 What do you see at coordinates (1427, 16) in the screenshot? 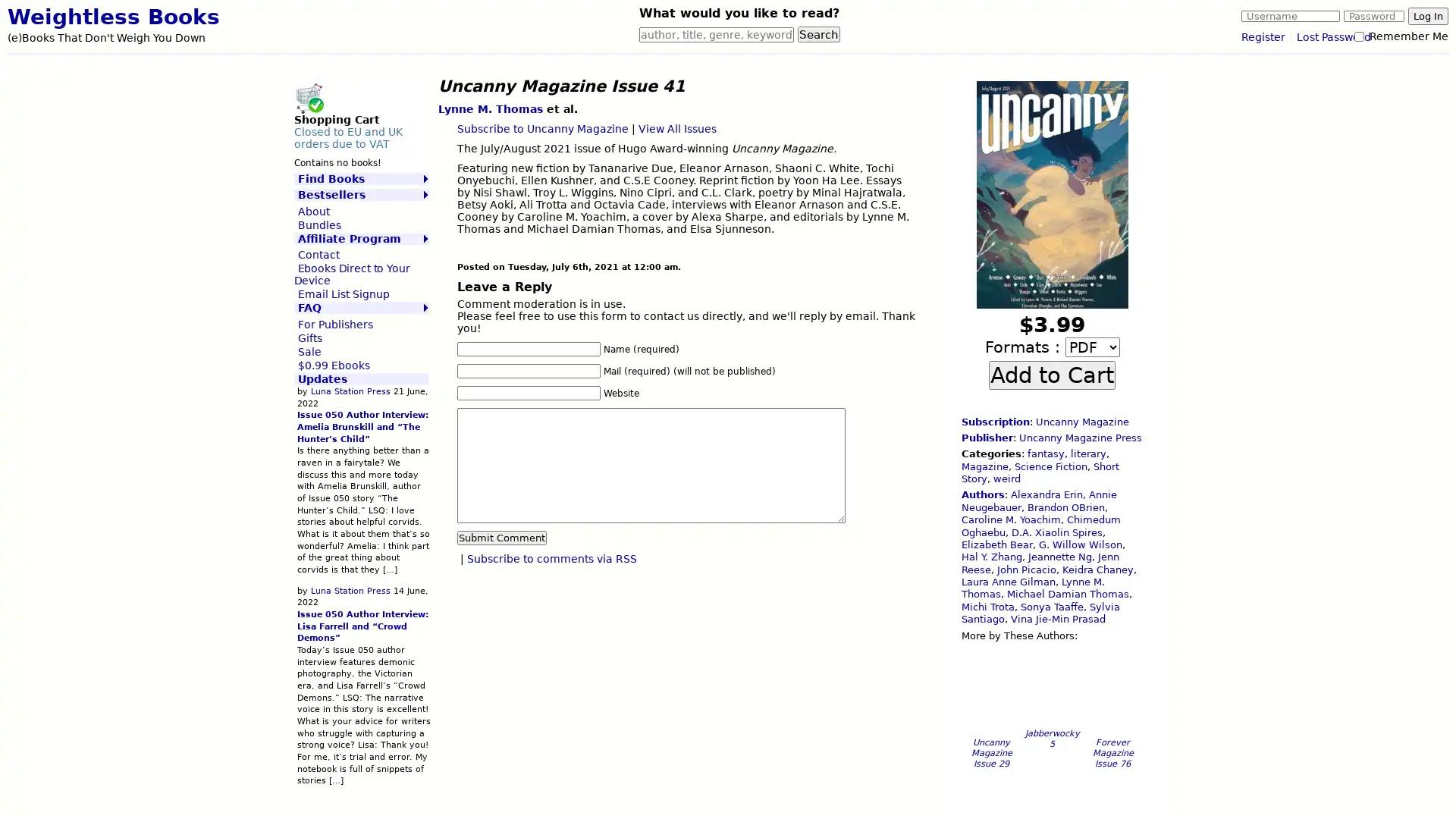
I see `Log In` at bounding box center [1427, 16].